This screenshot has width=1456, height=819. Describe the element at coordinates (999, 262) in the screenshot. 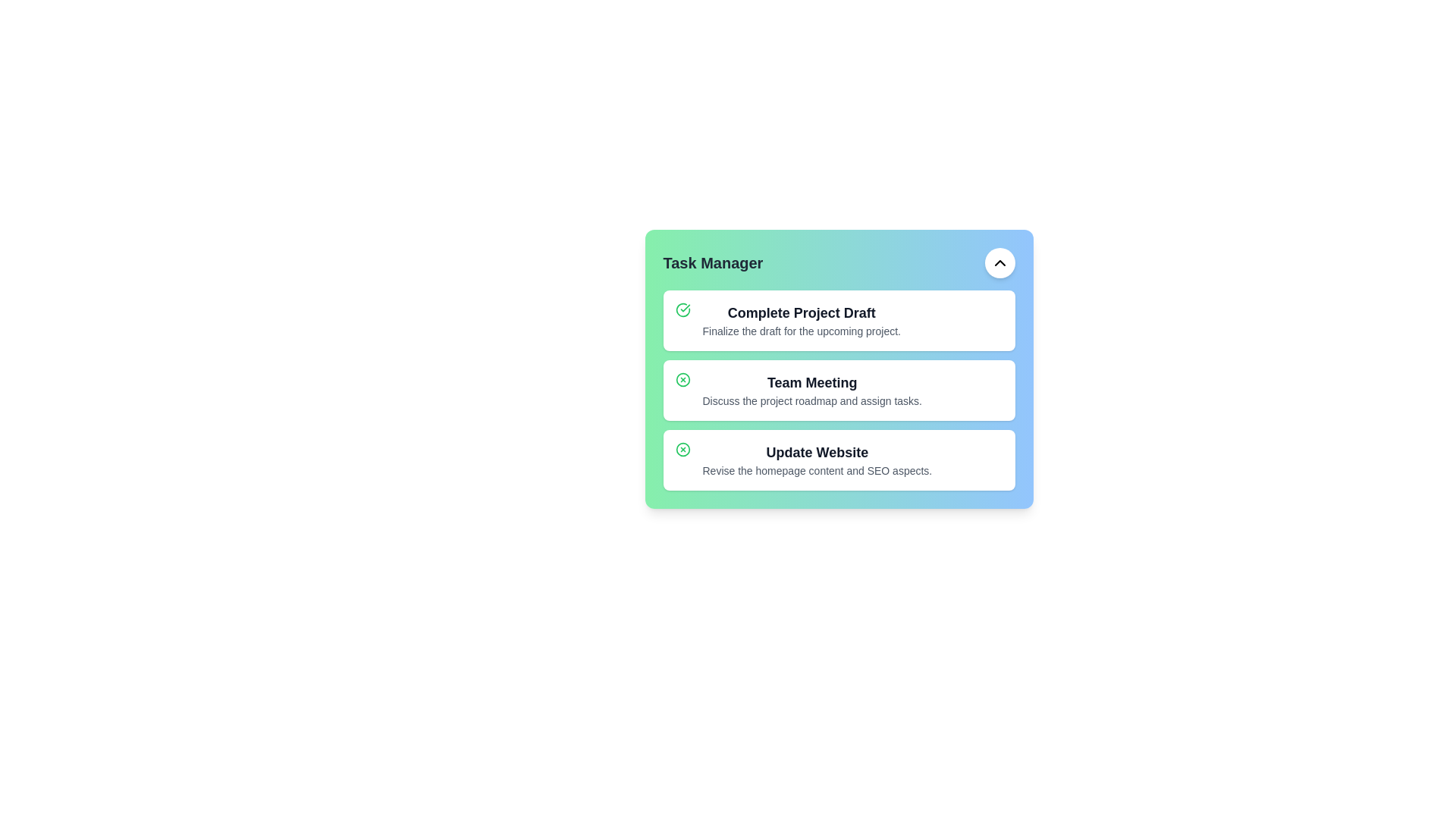

I see `Chevron button to toggle the task list visibility` at that location.